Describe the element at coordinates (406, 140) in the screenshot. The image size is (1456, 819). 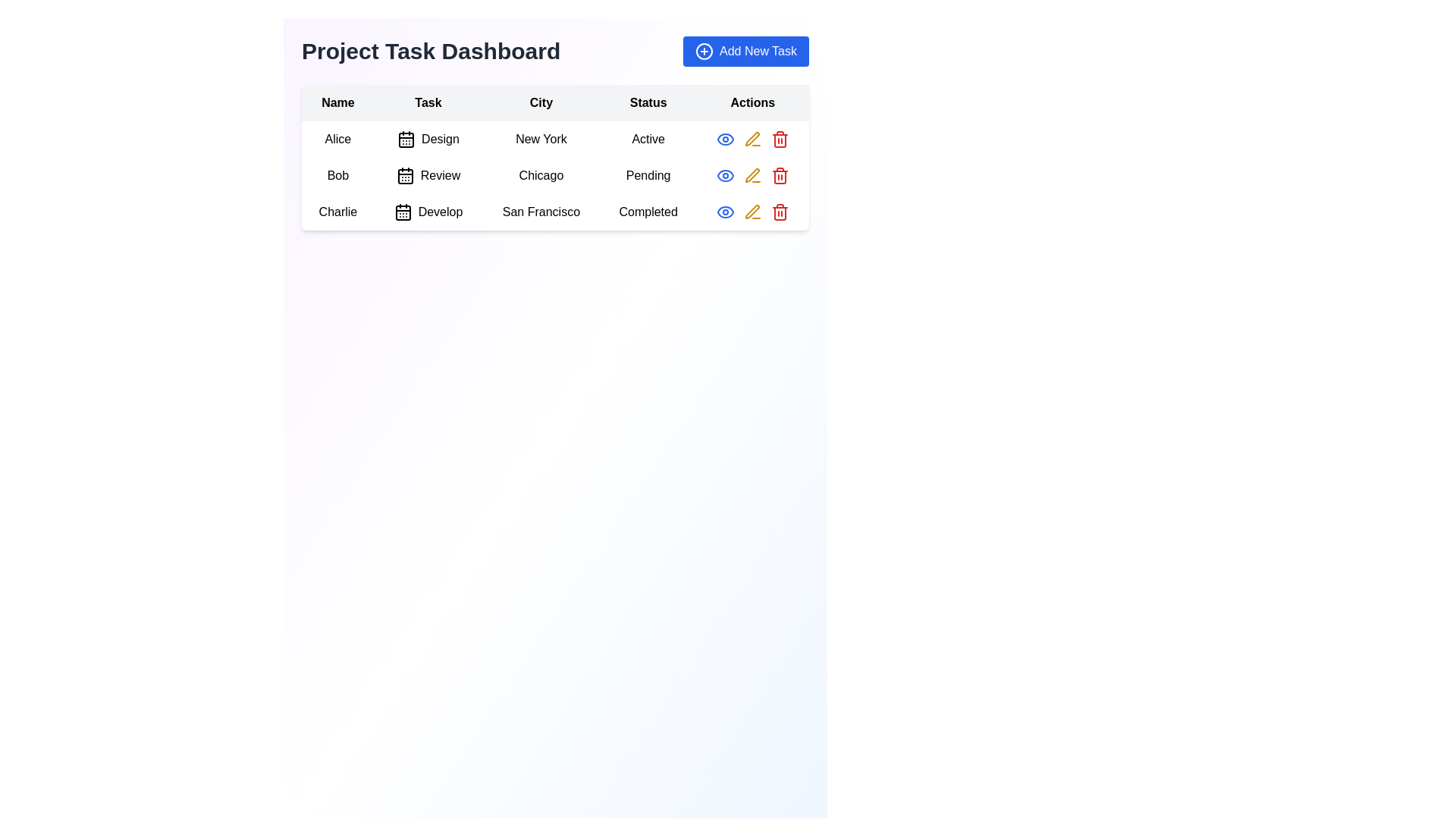
I see `the icon in the 'Task' column of the first row` at that location.